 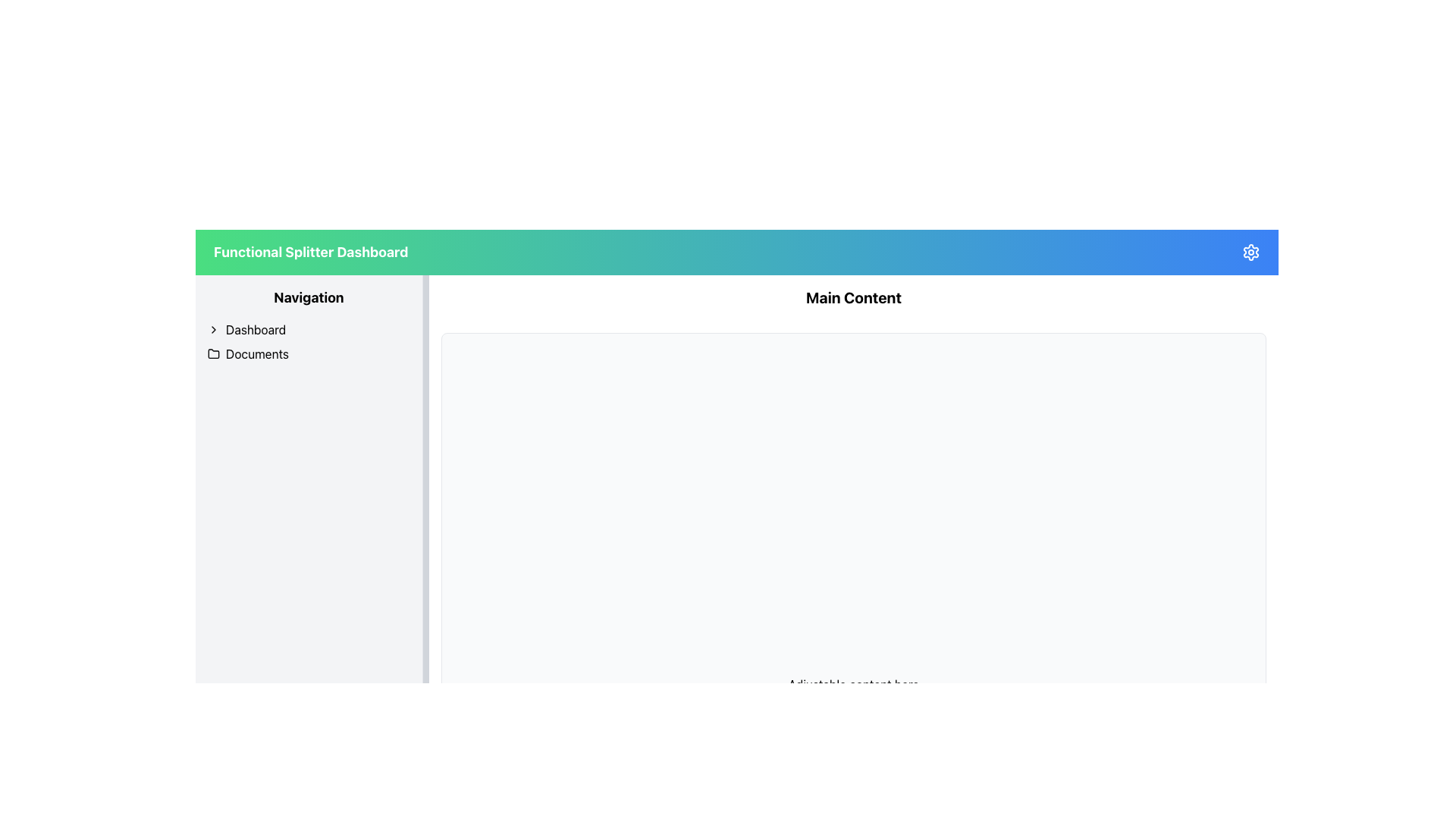 I want to click on the folder icon located in the vertical navigation bar on the left side of the interface, next to the 'Documents' label, so click(x=213, y=353).